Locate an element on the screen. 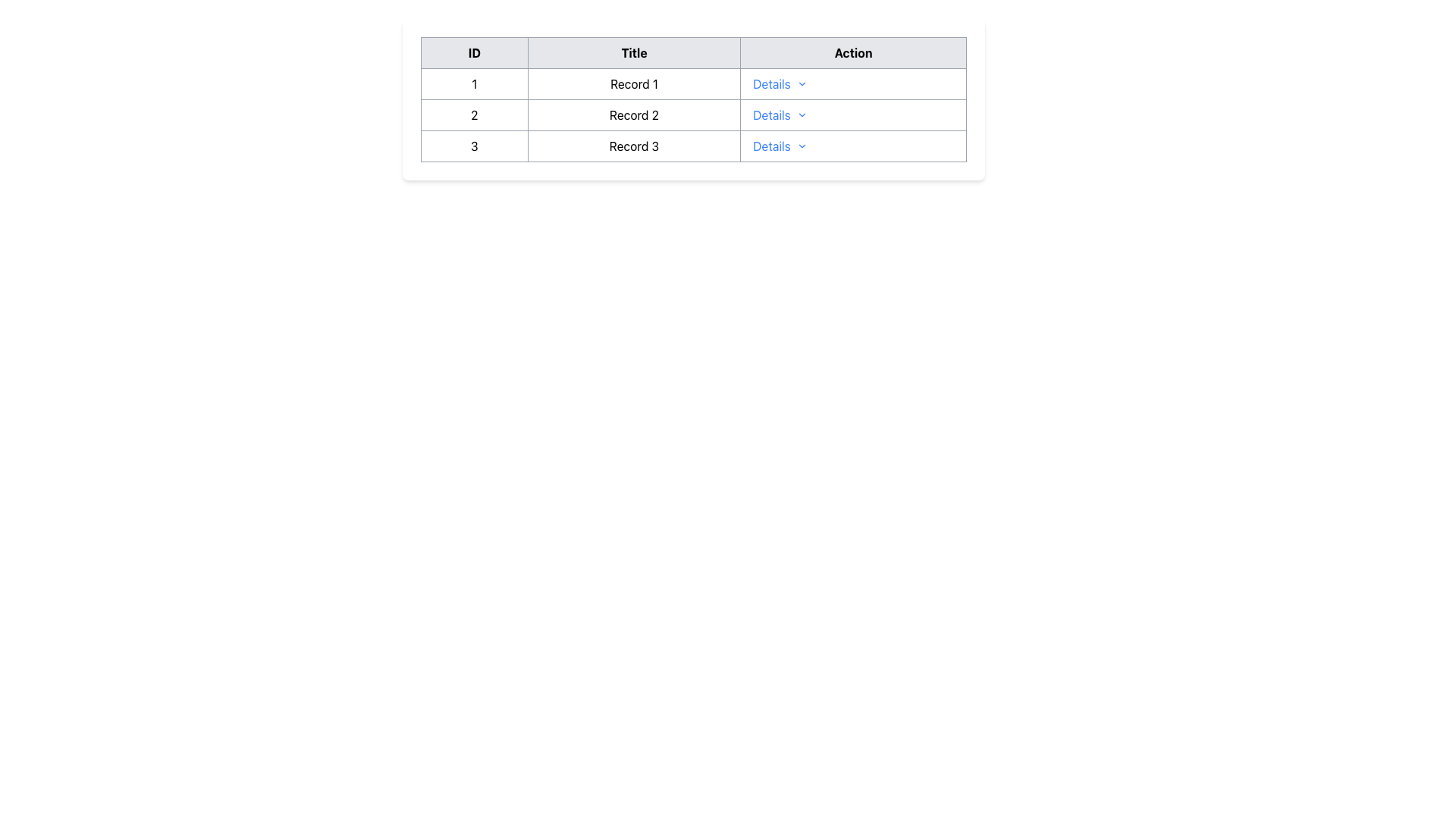 Image resolution: width=1456 pixels, height=819 pixels. the button in the 'Action' column of the table associated with 'Record 1' is located at coordinates (780, 84).